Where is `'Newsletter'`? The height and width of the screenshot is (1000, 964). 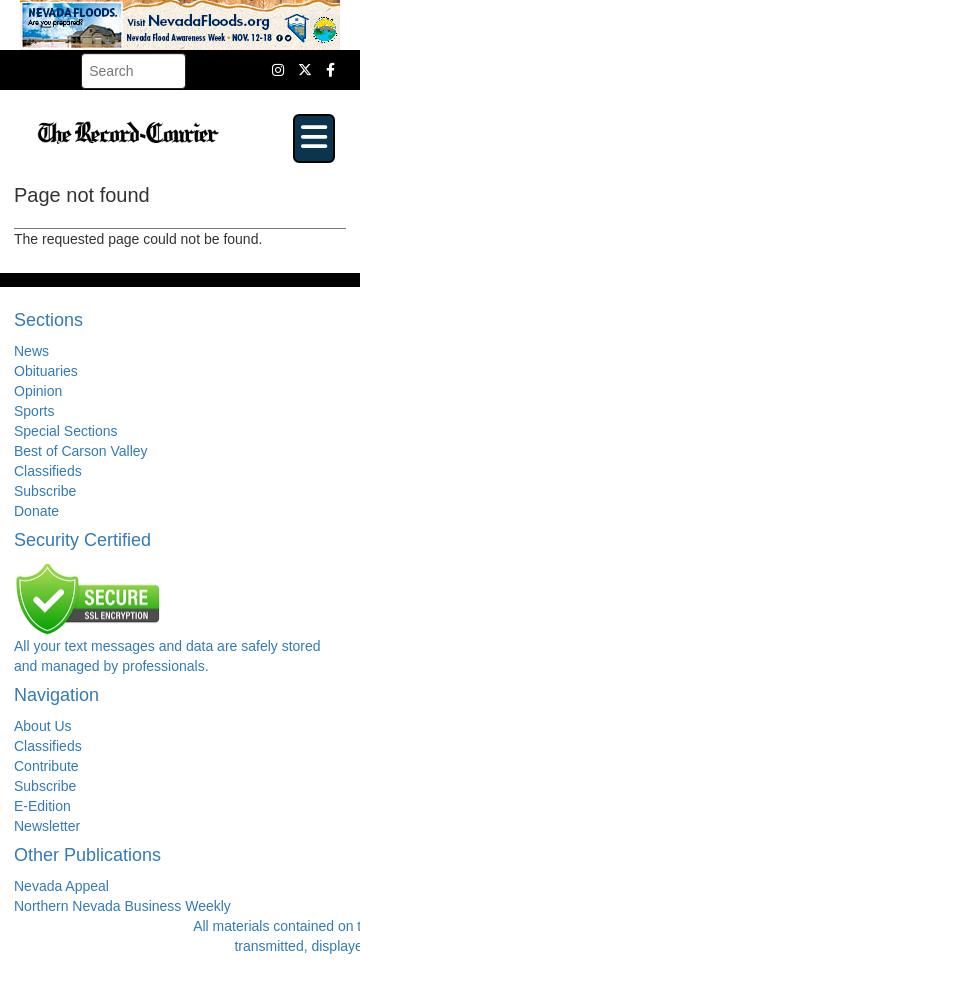 'Newsletter' is located at coordinates (12, 824).